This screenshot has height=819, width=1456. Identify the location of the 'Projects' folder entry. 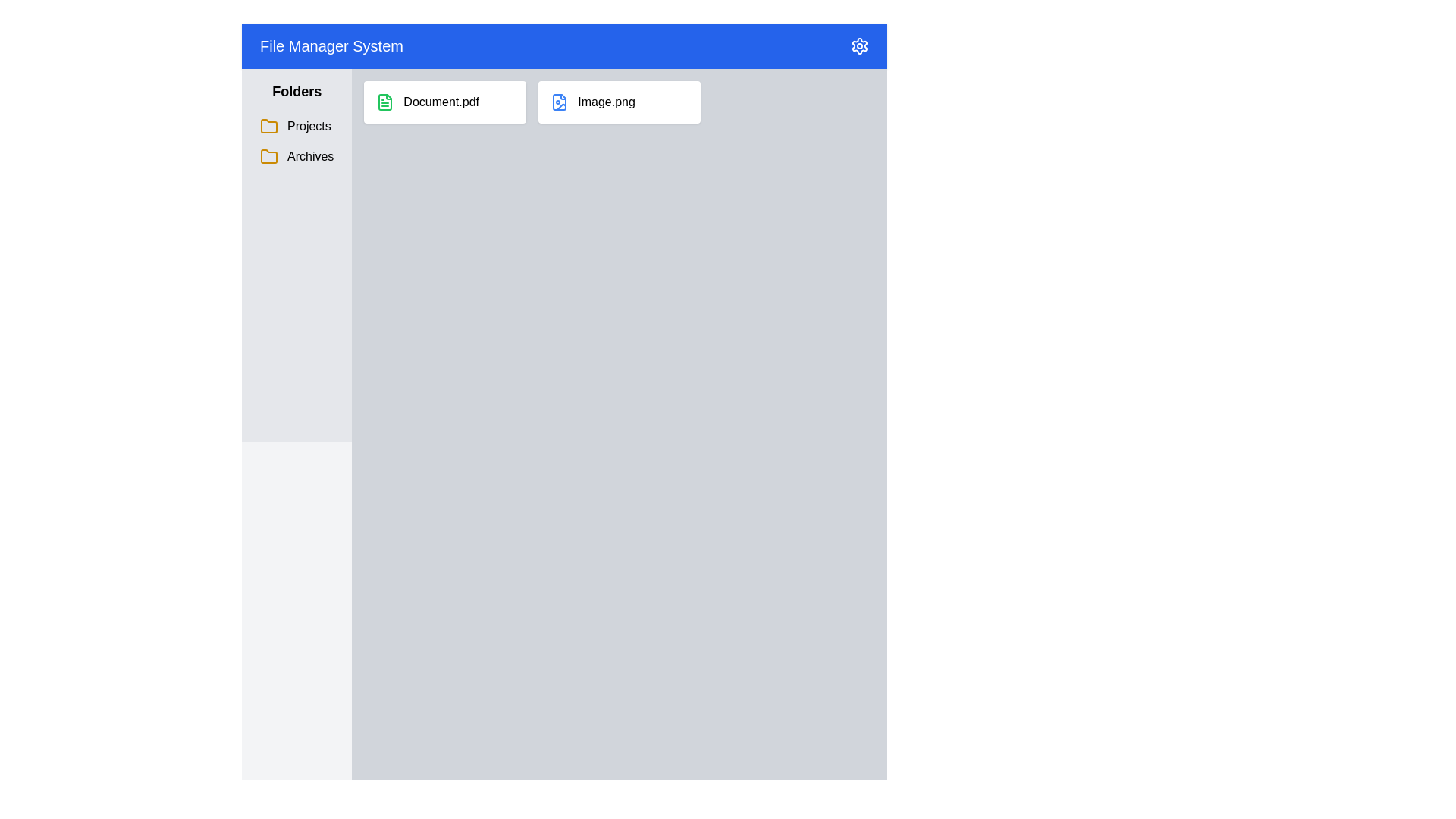
(297, 141).